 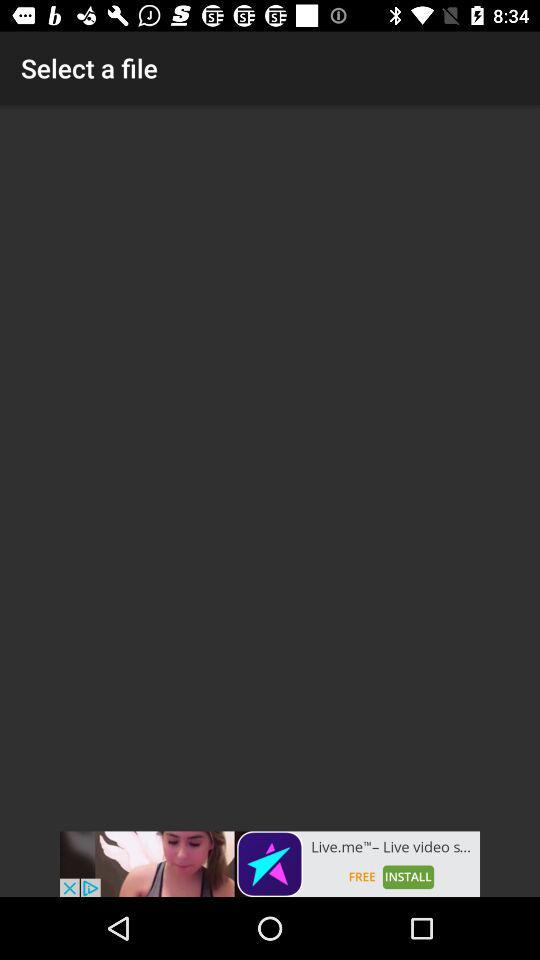 I want to click on install app, so click(x=270, y=863).